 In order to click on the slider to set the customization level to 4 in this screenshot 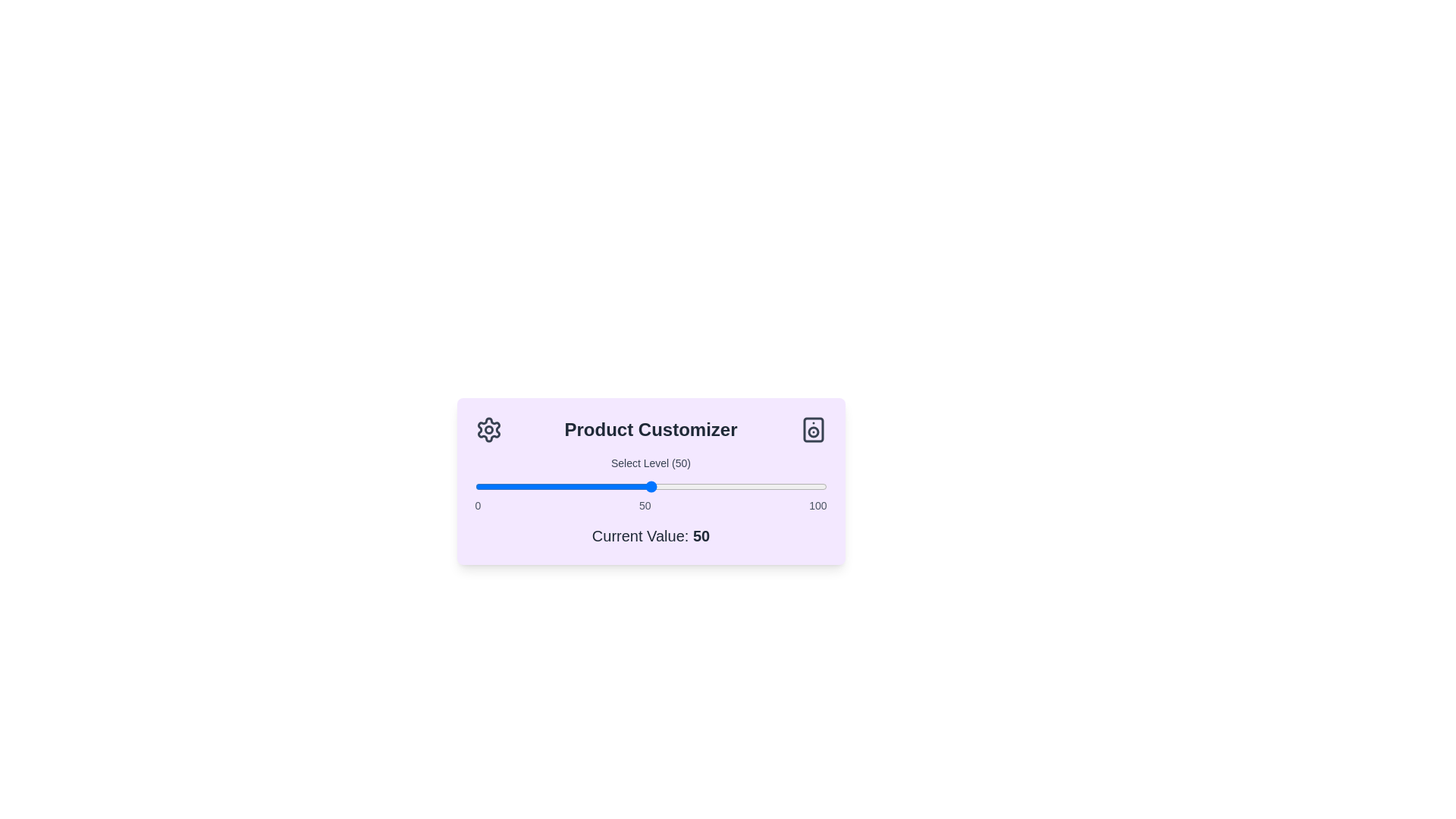, I will do `click(489, 486)`.